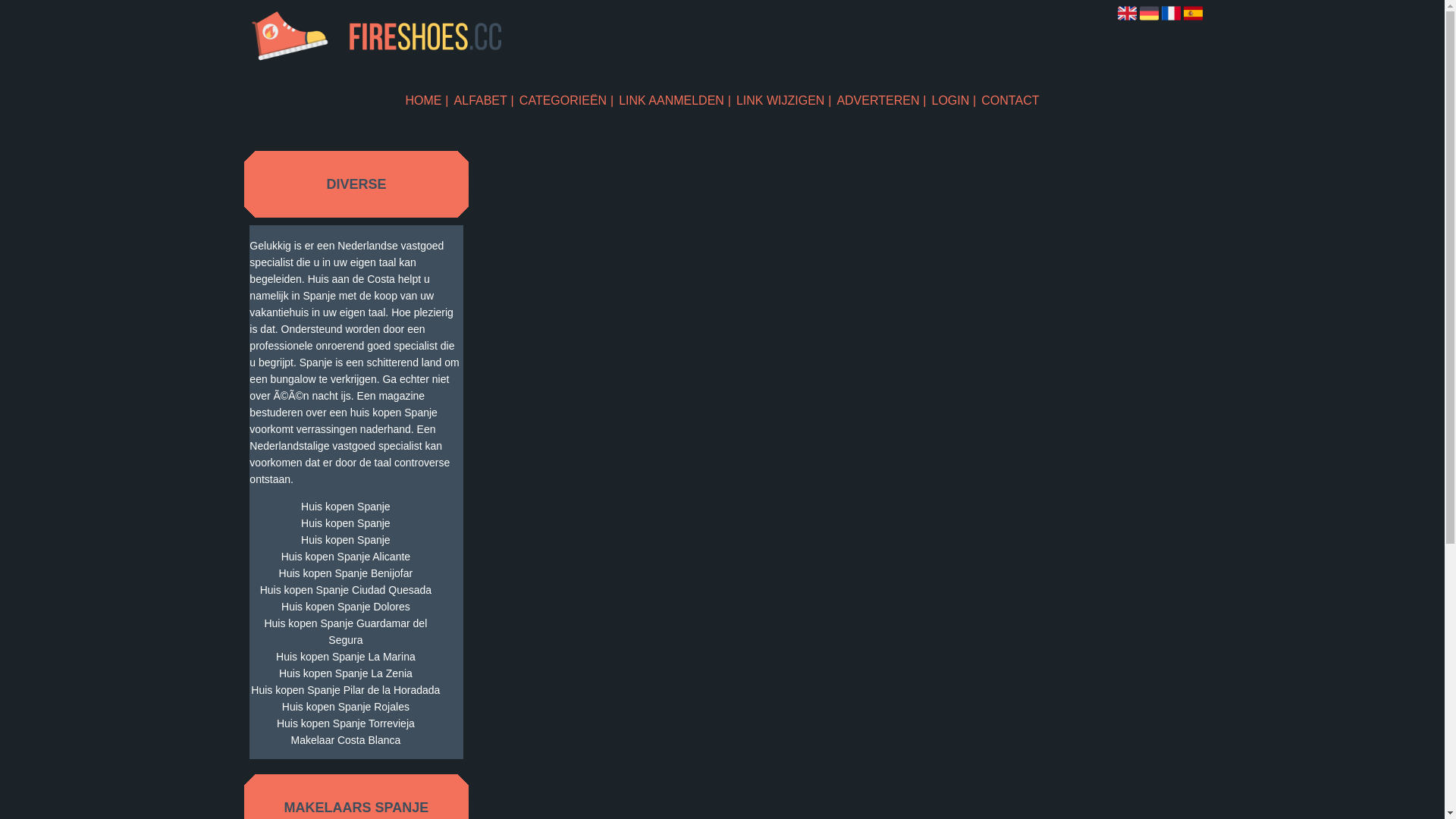  Describe the element at coordinates (249, 605) in the screenshot. I see `'Huis kopen Spanje Dolores'` at that location.